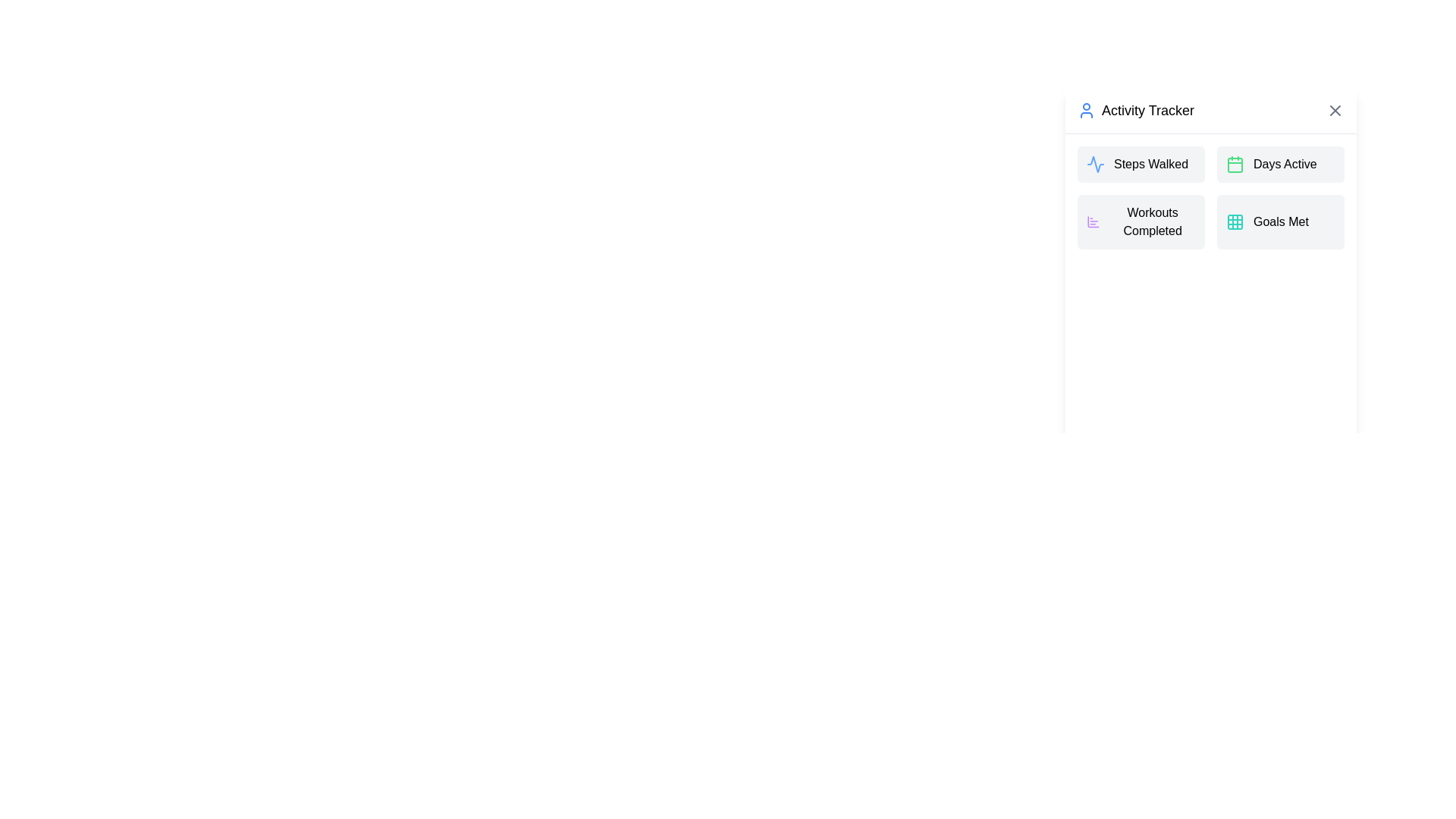 The width and height of the screenshot is (1456, 819). I want to click on the 'Workouts Completed' button, so click(1141, 222).